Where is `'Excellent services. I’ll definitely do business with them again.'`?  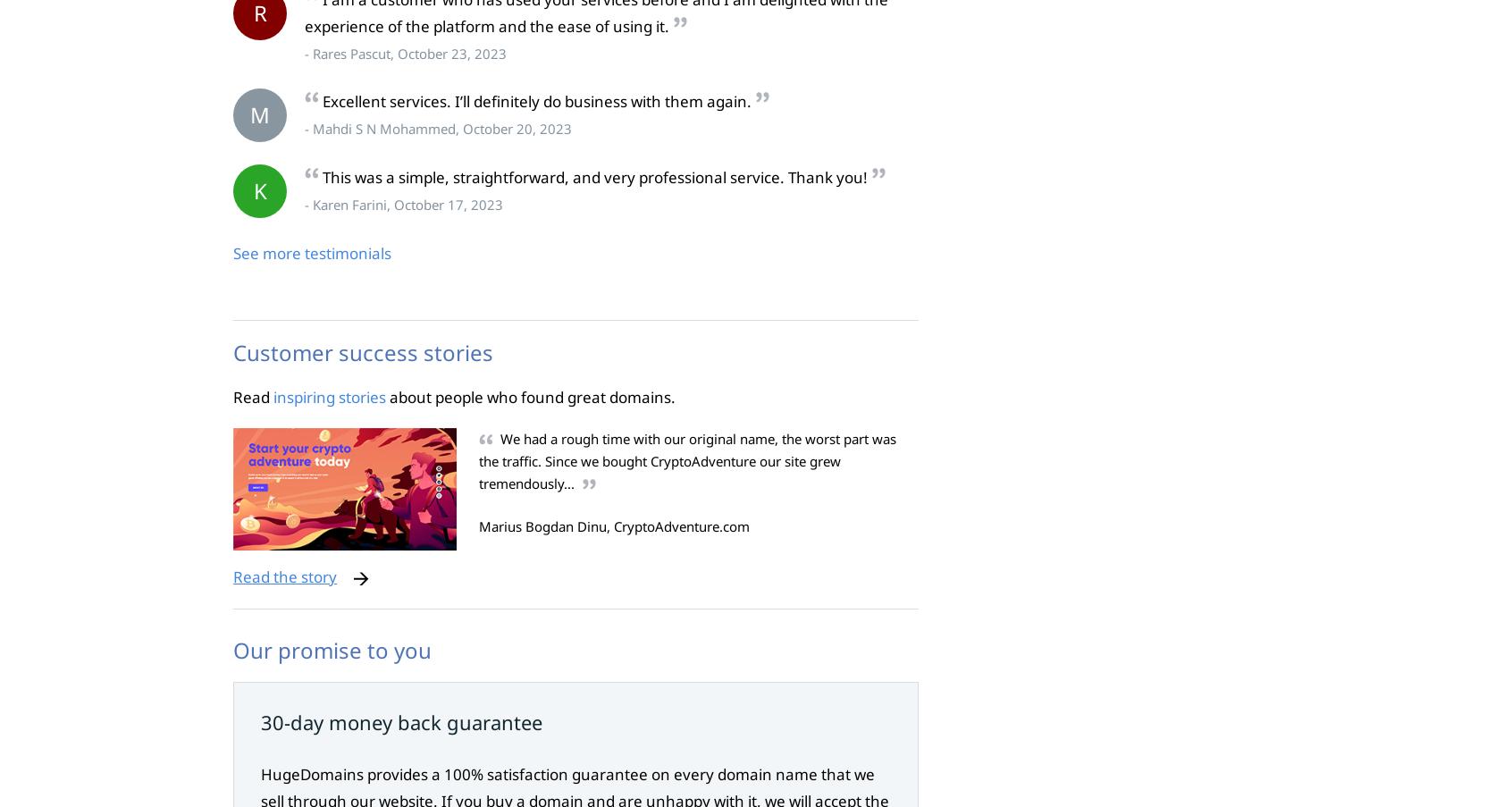 'Excellent services. I’ll definitely do business with them again.' is located at coordinates (323, 101).